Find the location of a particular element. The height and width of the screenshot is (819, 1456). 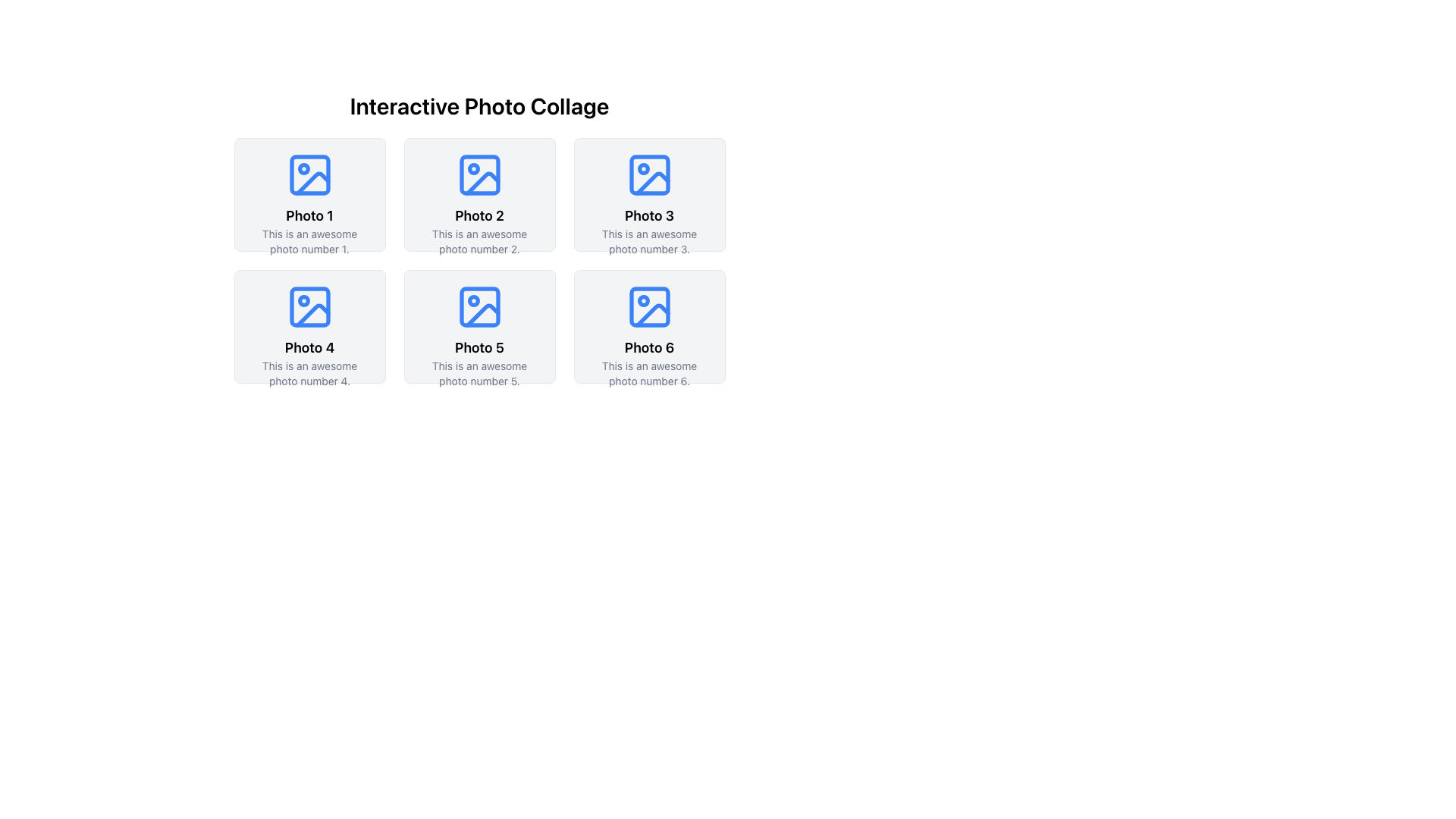

descriptive text located at the bottom section of the card labeled 'Photo 6', which is situated beneath the title text and image icon in the third column of the bottom row in a 3x2 grid layout is located at coordinates (649, 374).